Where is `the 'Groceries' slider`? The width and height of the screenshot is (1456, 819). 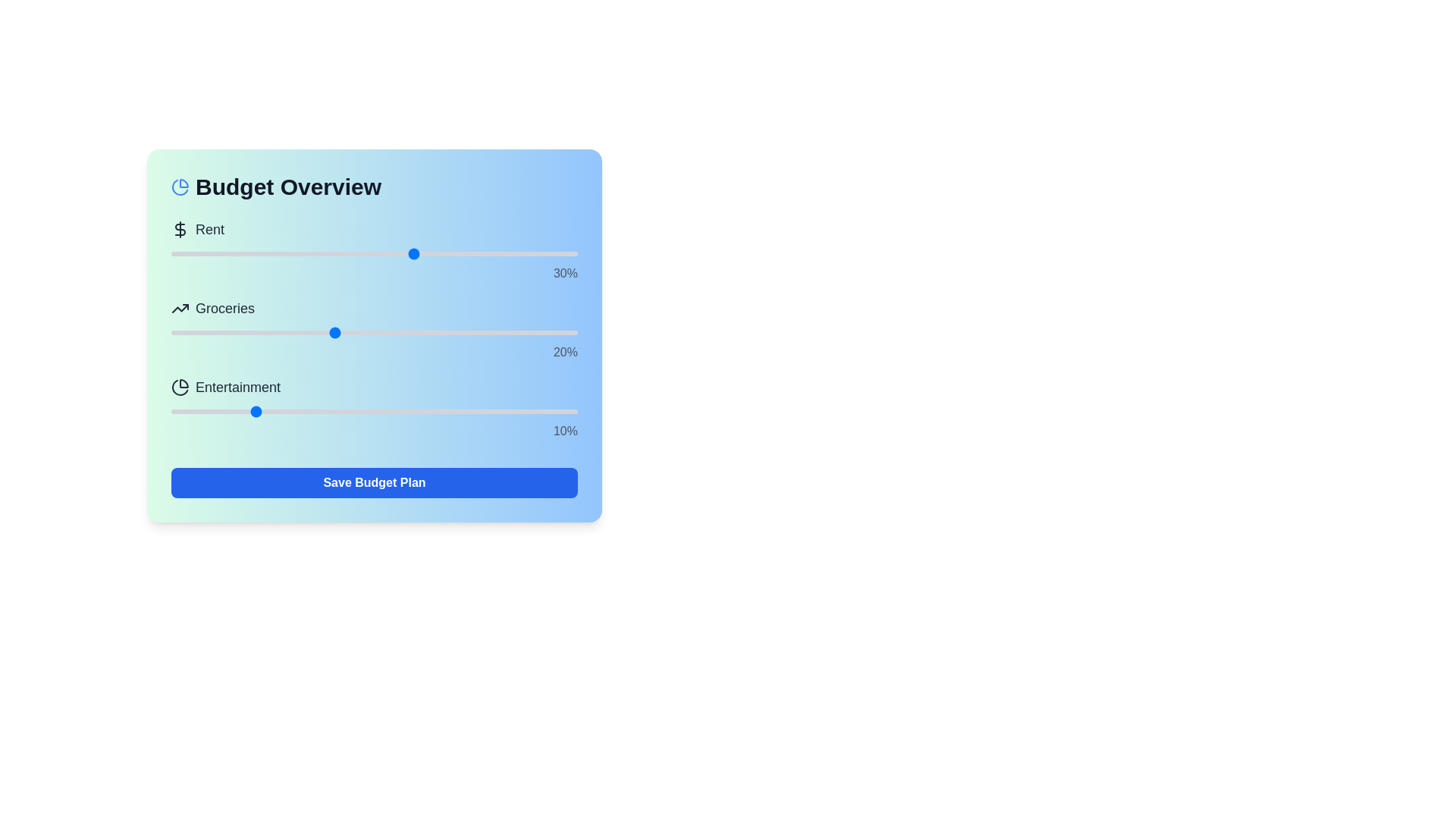 the 'Groceries' slider is located at coordinates (513, 332).